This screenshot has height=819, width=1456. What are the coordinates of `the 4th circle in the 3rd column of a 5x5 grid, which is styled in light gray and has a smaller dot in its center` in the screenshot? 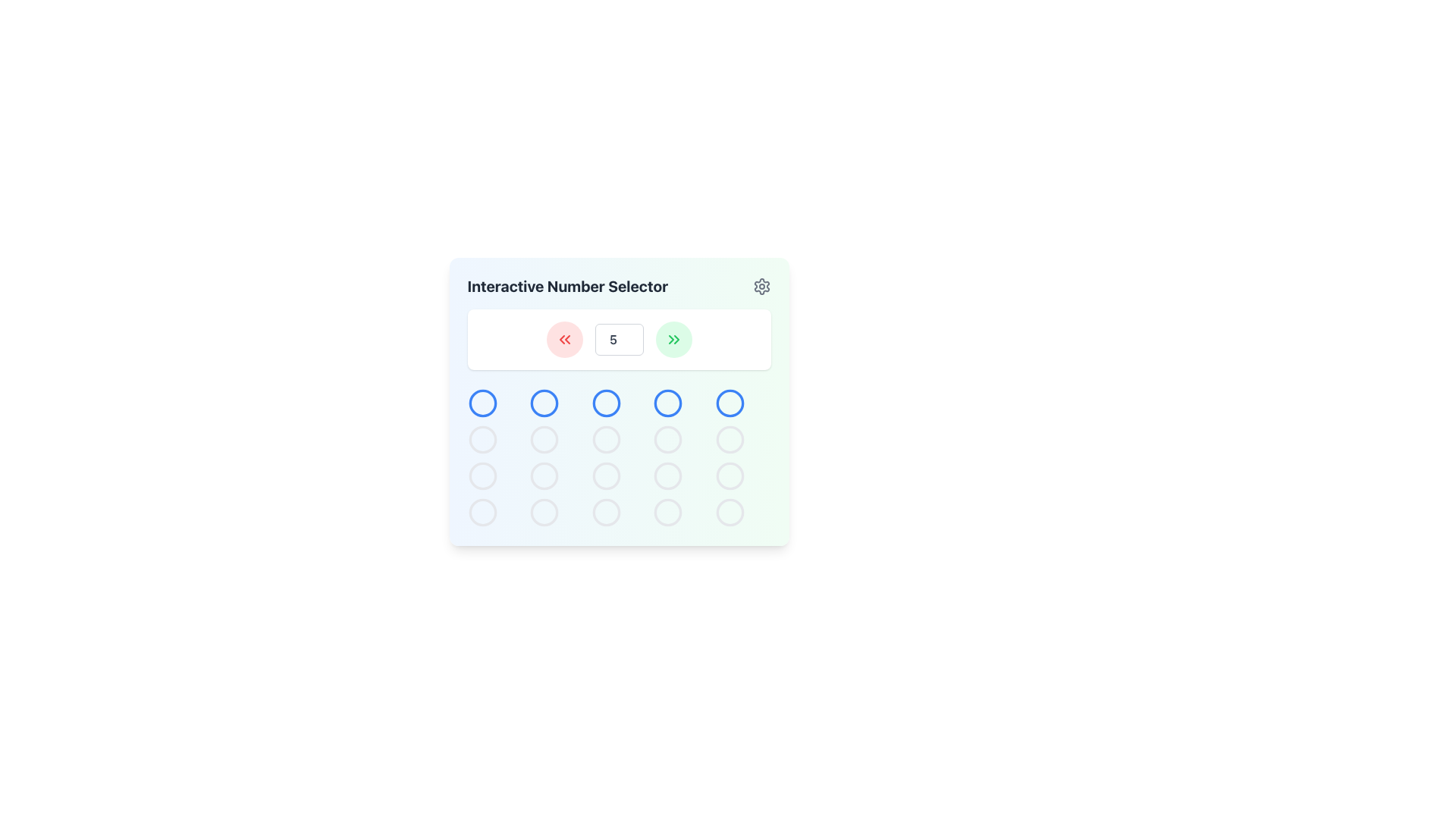 It's located at (667, 475).